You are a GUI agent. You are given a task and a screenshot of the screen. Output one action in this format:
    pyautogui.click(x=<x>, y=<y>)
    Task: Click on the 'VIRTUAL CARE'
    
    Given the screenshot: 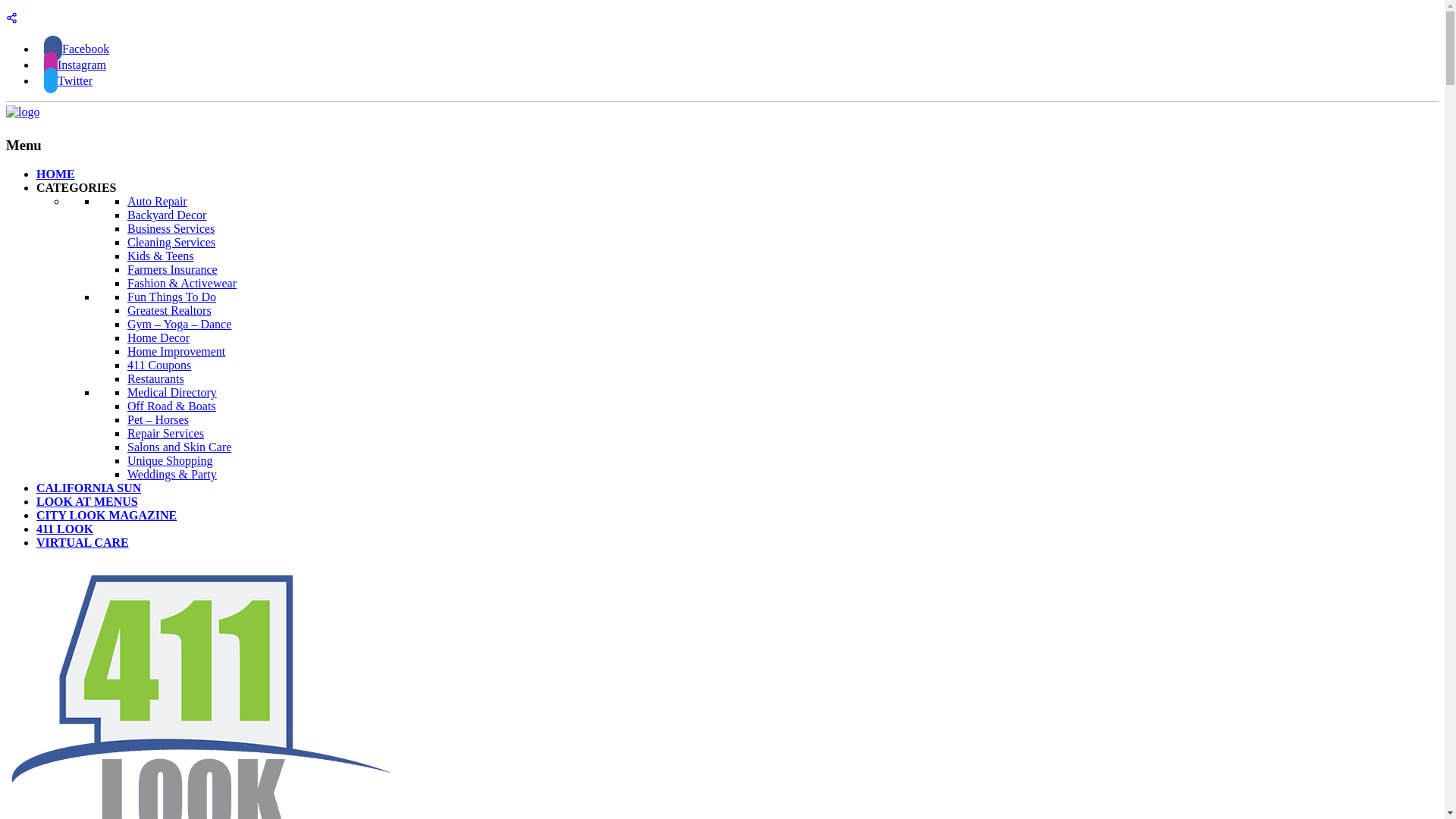 What is the action you would take?
    pyautogui.click(x=82, y=541)
    